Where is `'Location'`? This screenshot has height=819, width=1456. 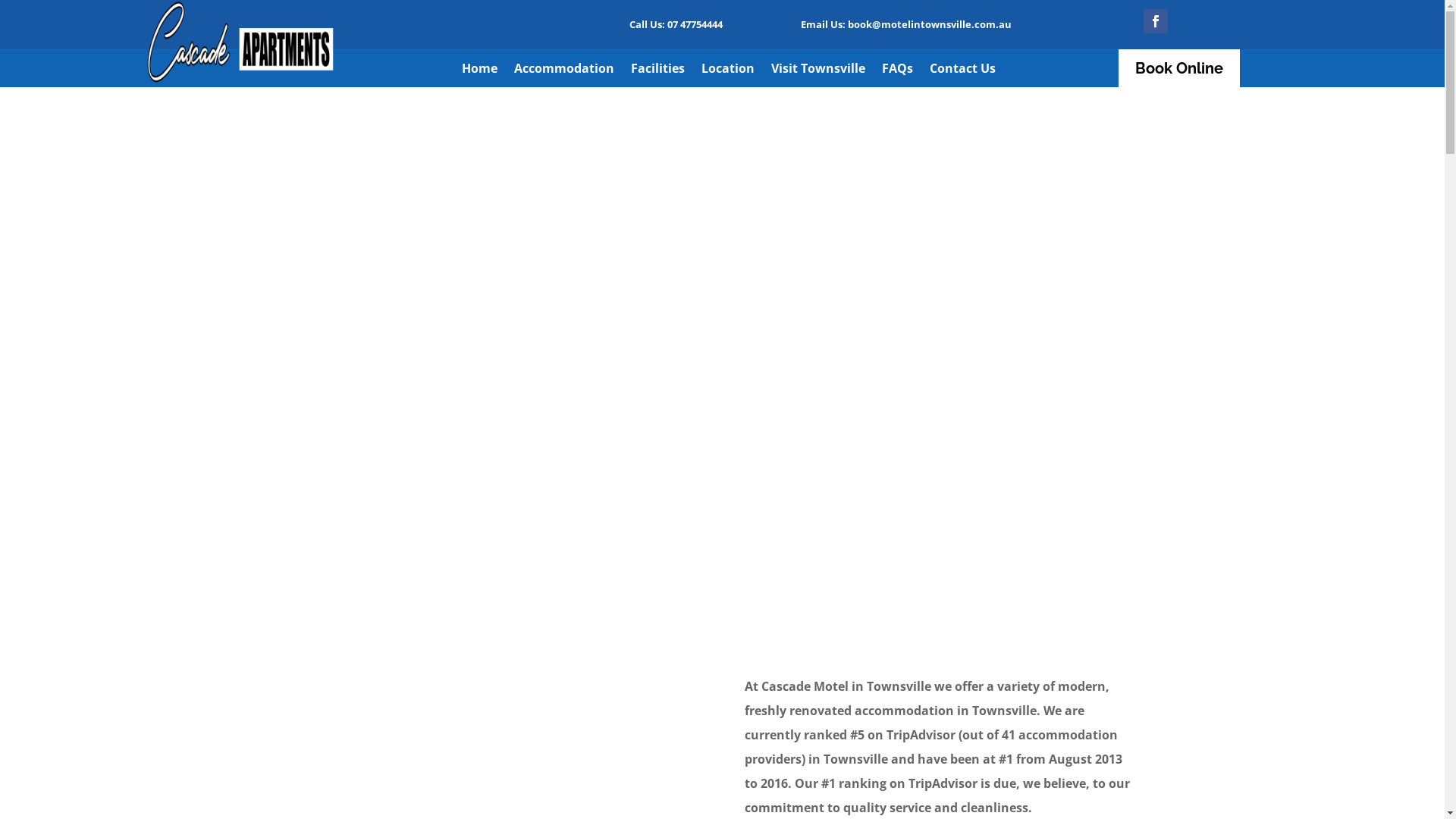
'Location' is located at coordinates (728, 71).